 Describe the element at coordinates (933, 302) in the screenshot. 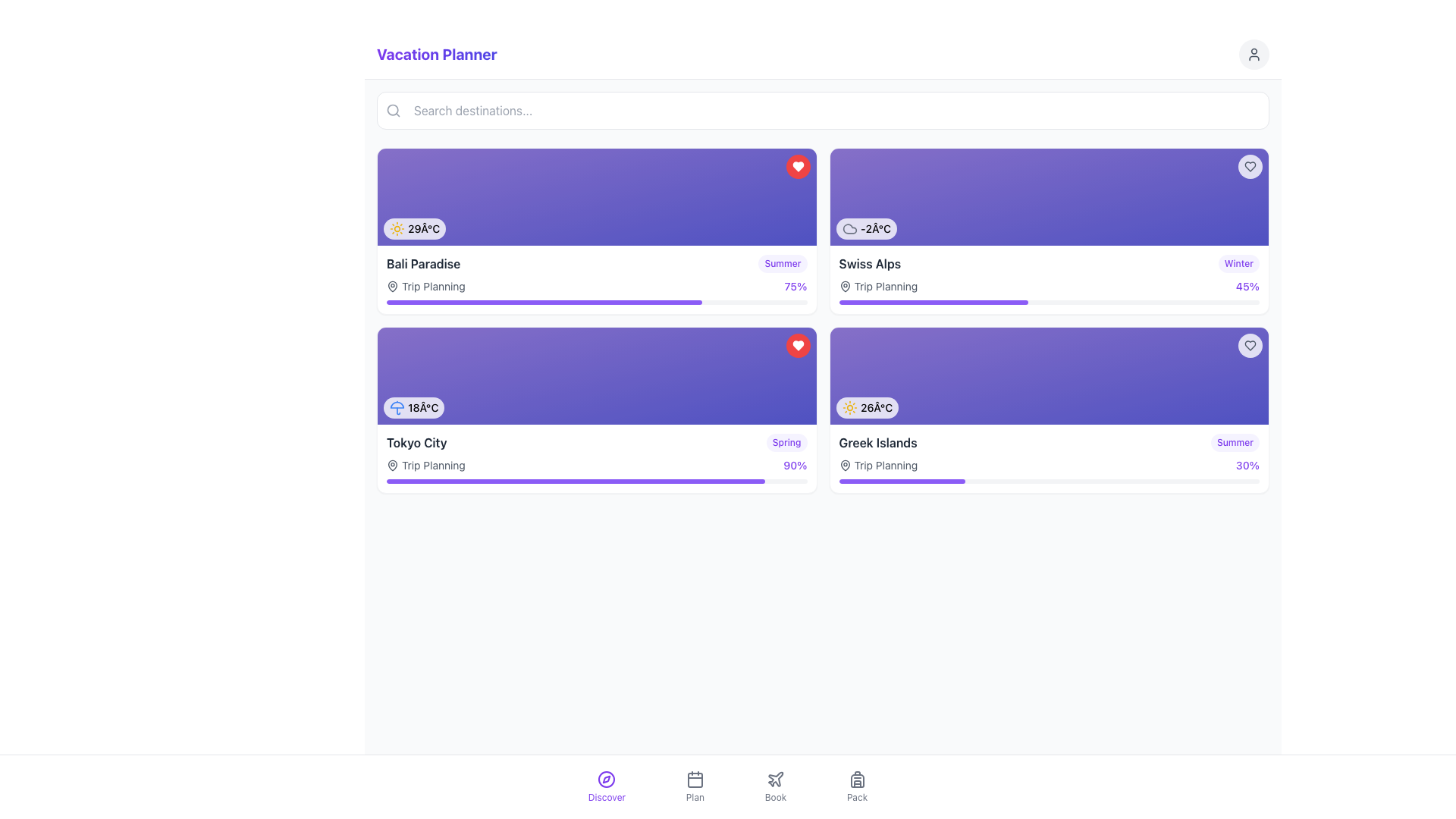

I see `the progress bar segment that visually indicates approximately 45% completion within the task, located beneath the 'Swiss Alps' card` at that location.